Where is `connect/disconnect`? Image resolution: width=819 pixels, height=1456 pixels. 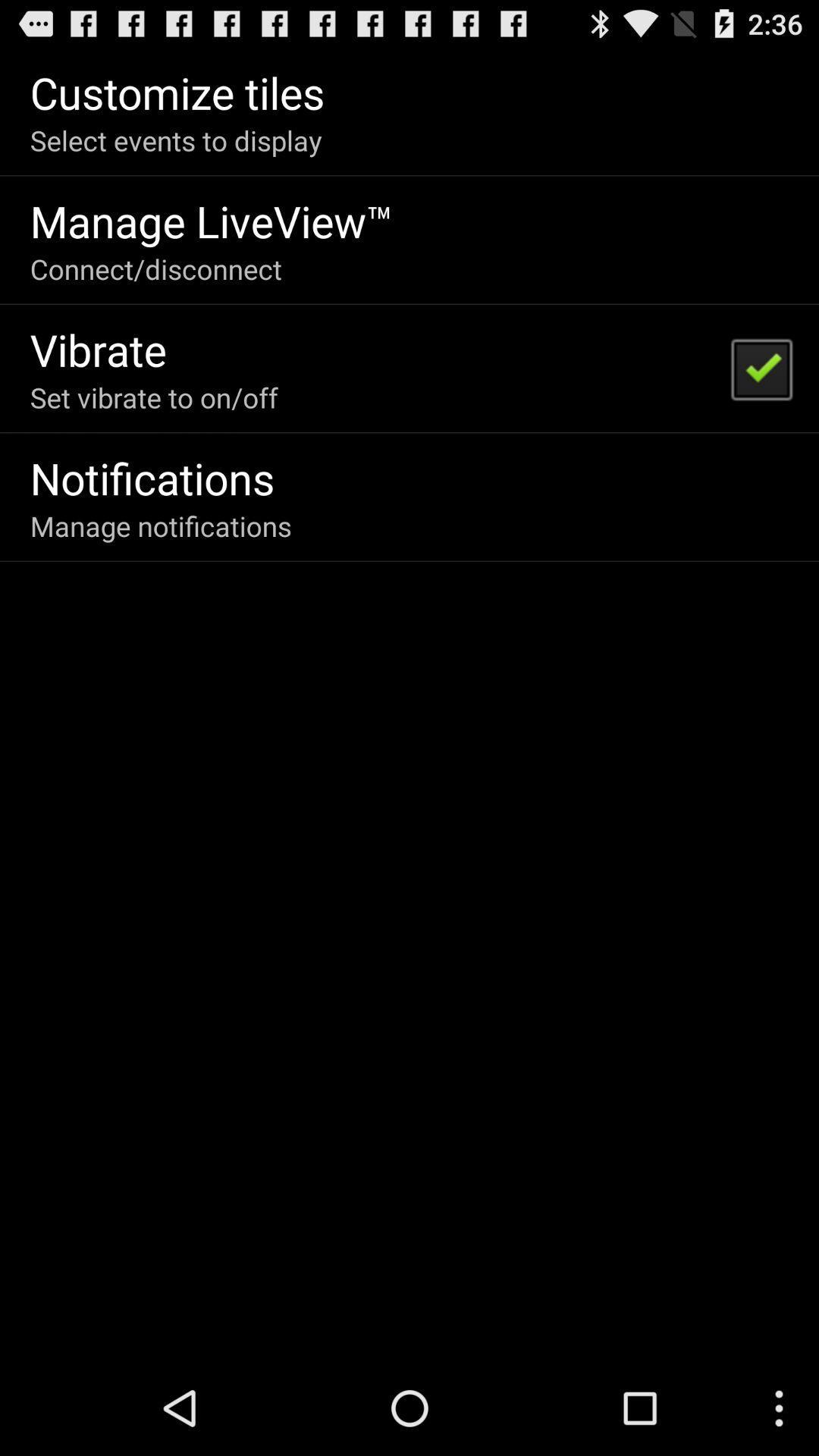
connect/disconnect is located at coordinates (155, 268).